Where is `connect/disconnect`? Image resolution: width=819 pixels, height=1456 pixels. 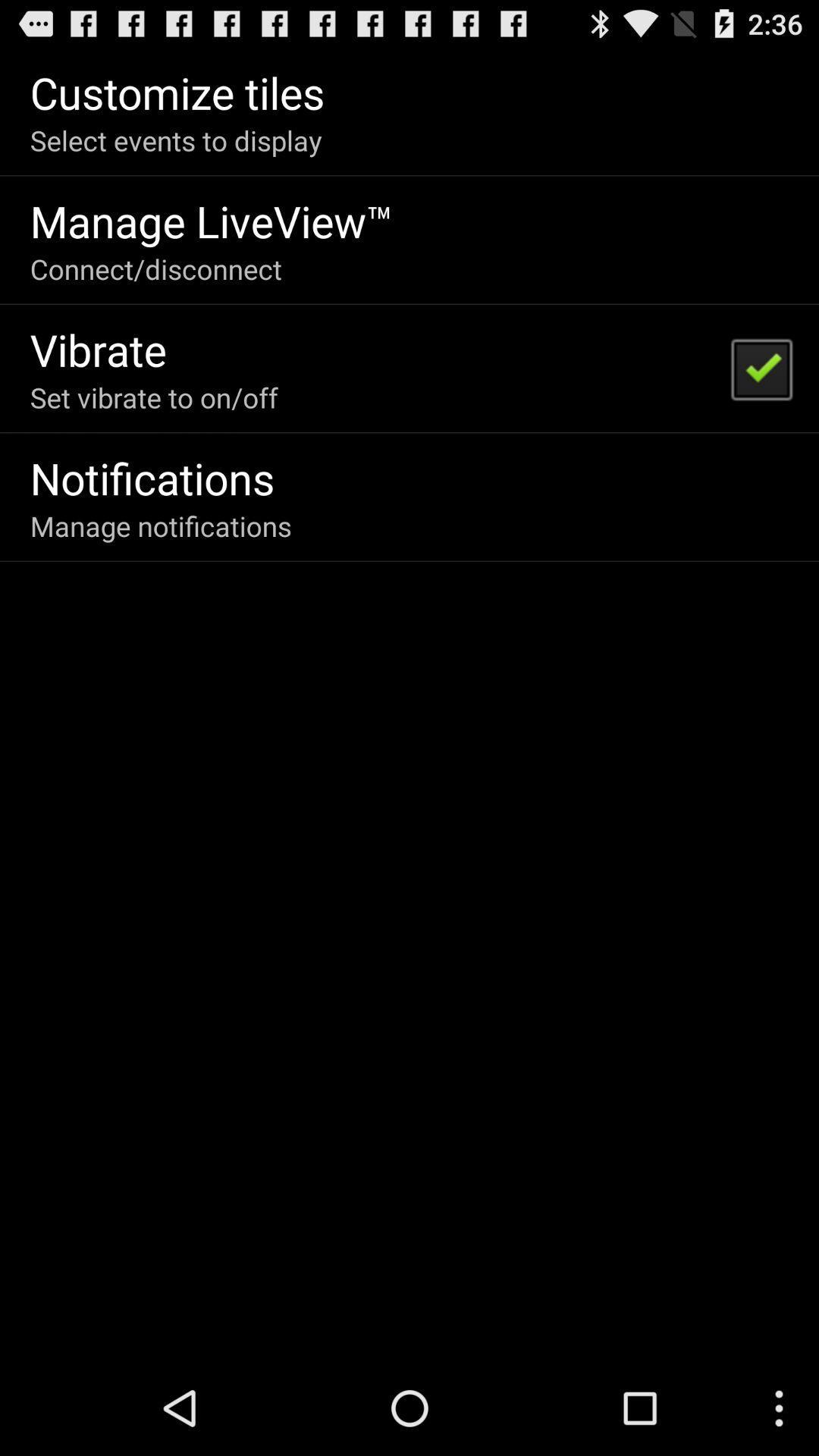
connect/disconnect is located at coordinates (155, 268).